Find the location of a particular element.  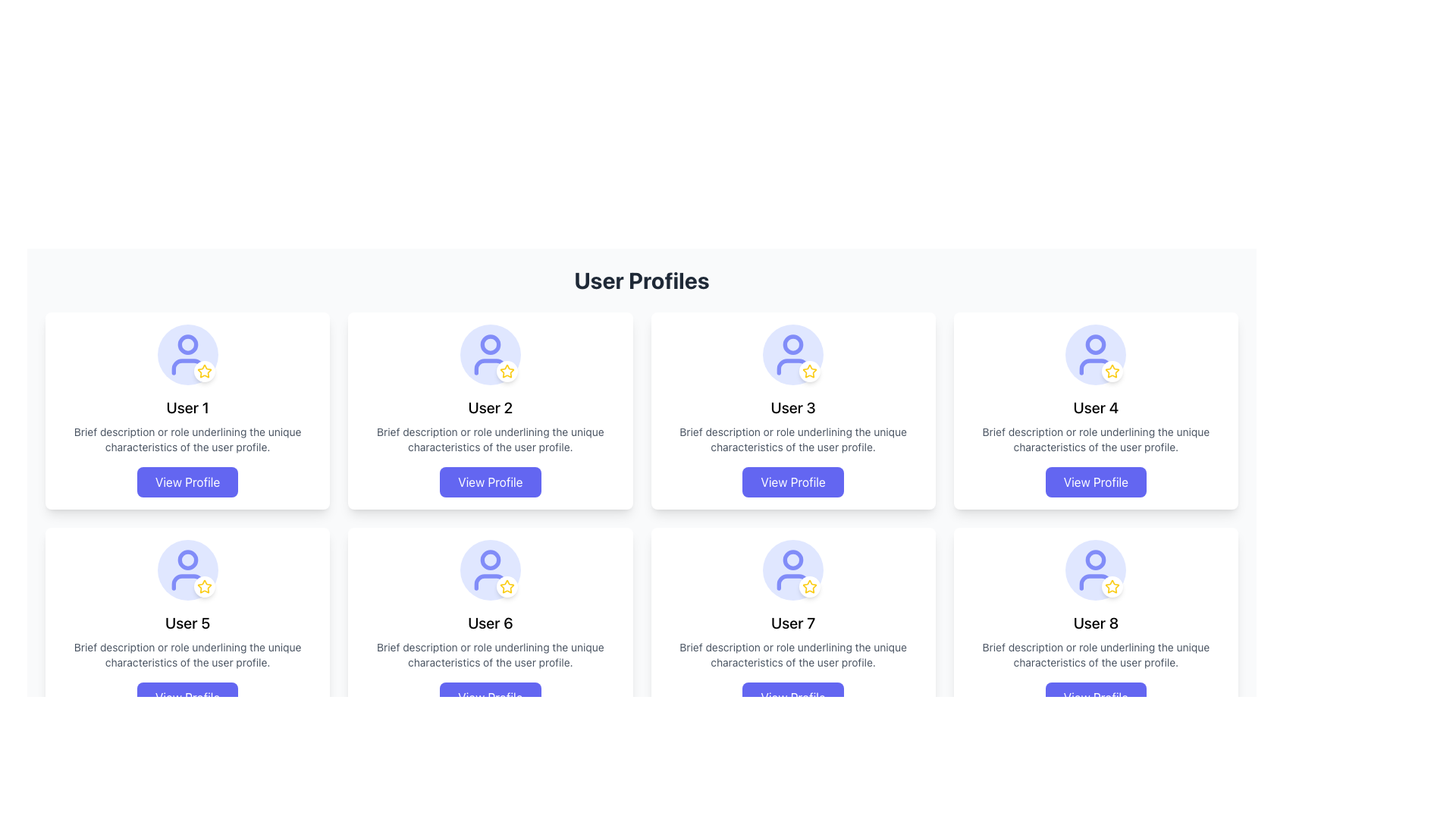

the small circular decorative icon featuring a yellow five-pointed star located at the bottom-right corner of the user profile image in the first user card of the grid layout is located at coordinates (203, 371).